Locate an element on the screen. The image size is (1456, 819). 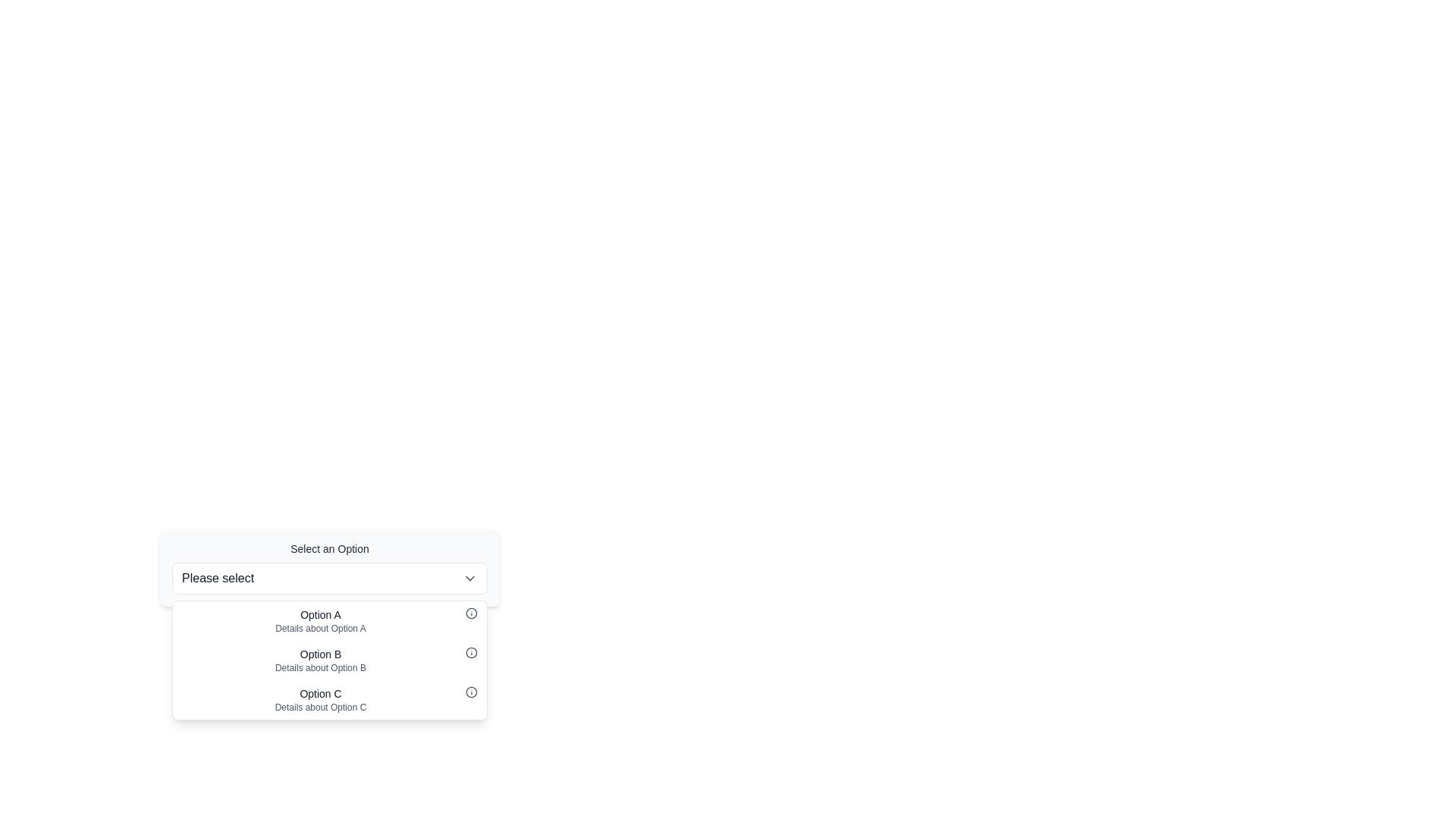
to select 'Option A' from the dropdown list located directly underneath the 'Select an Option' dropdown is located at coordinates (329, 620).